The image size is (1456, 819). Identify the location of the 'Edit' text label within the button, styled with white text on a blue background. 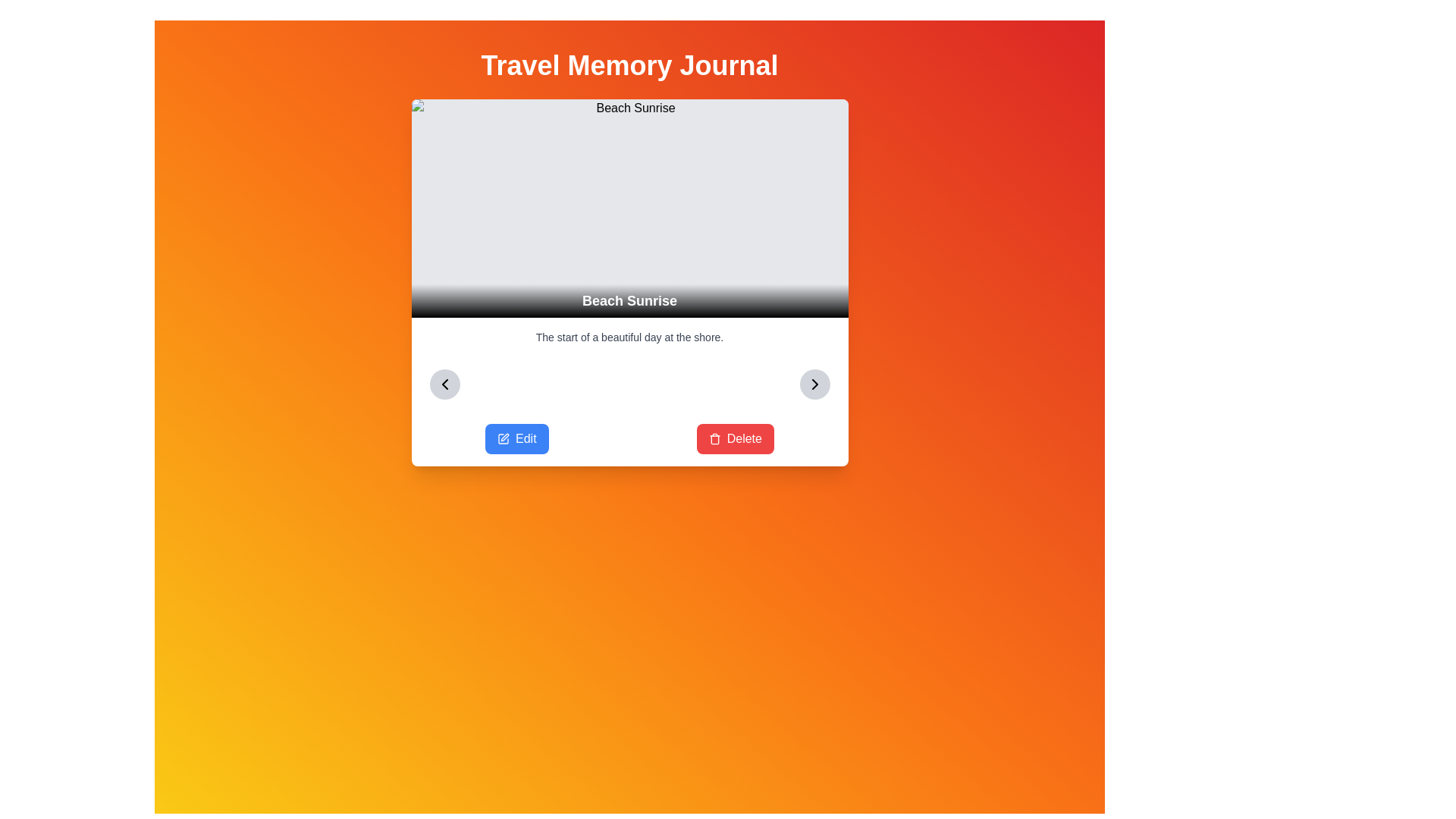
(526, 438).